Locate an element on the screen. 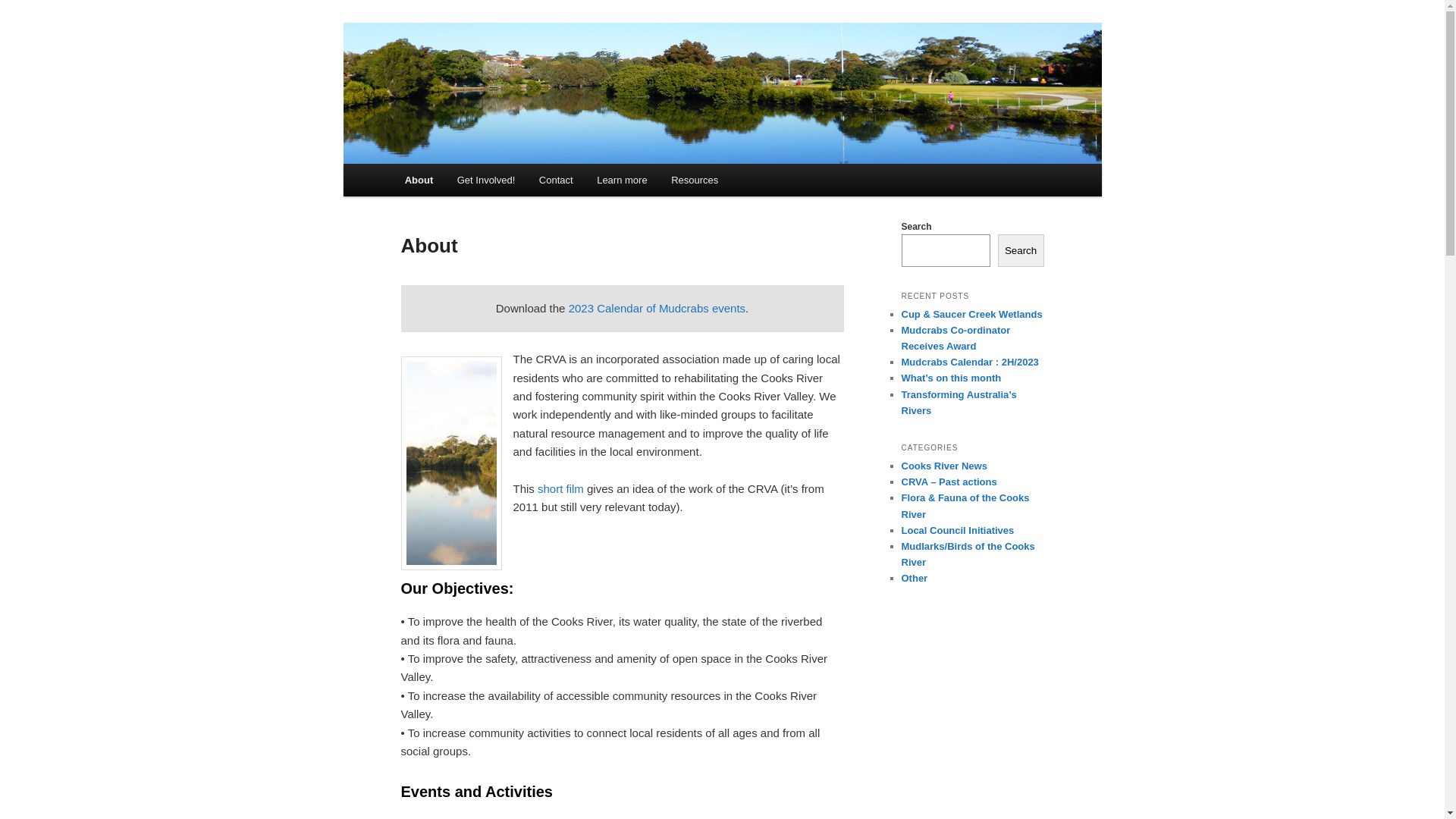 The width and height of the screenshot is (1456, 819). 'Cup & Saucer Creek Wetlands' is located at coordinates (971, 313).